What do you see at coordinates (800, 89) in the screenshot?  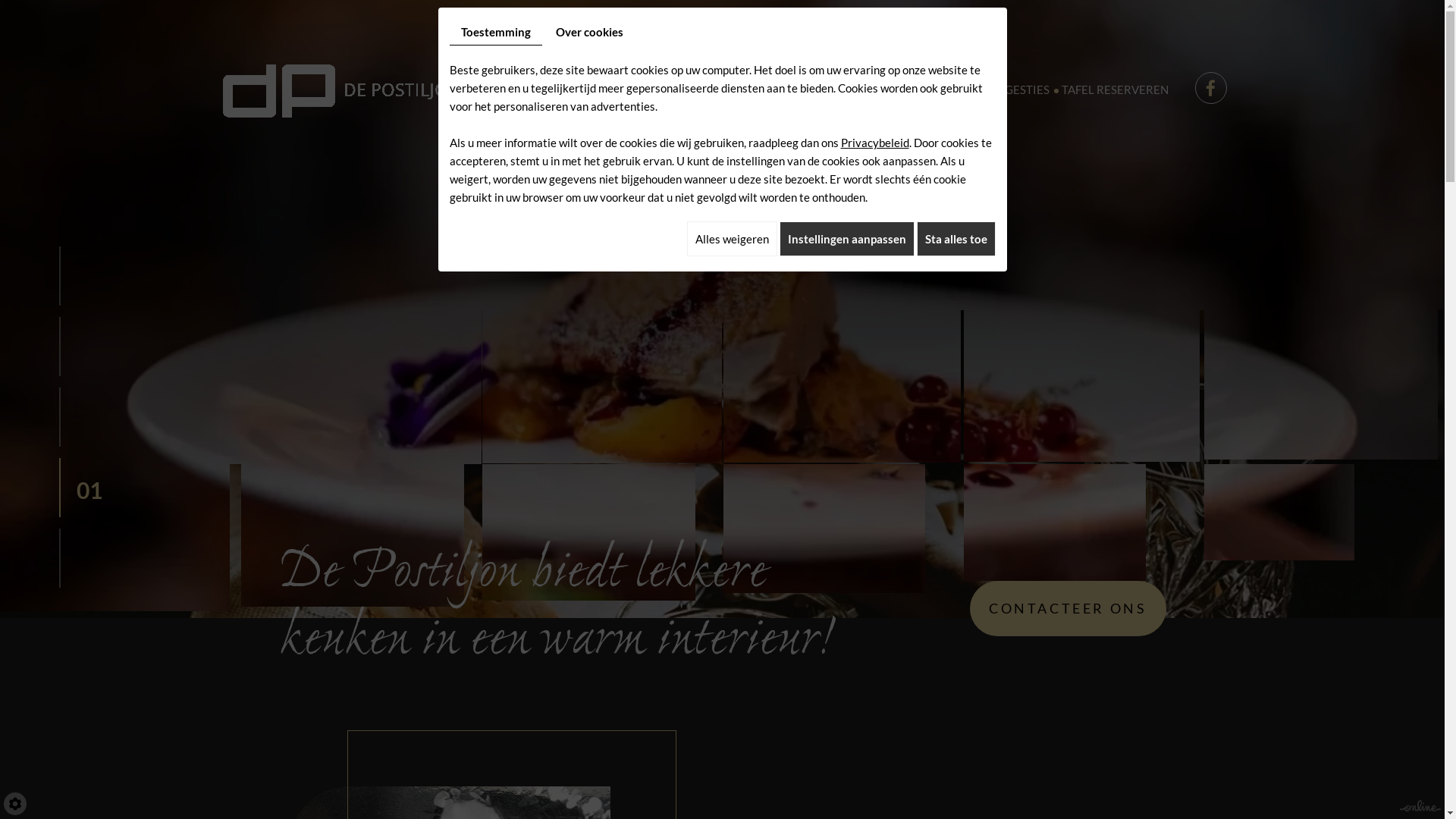 I see `'FEESTMENU'` at bounding box center [800, 89].